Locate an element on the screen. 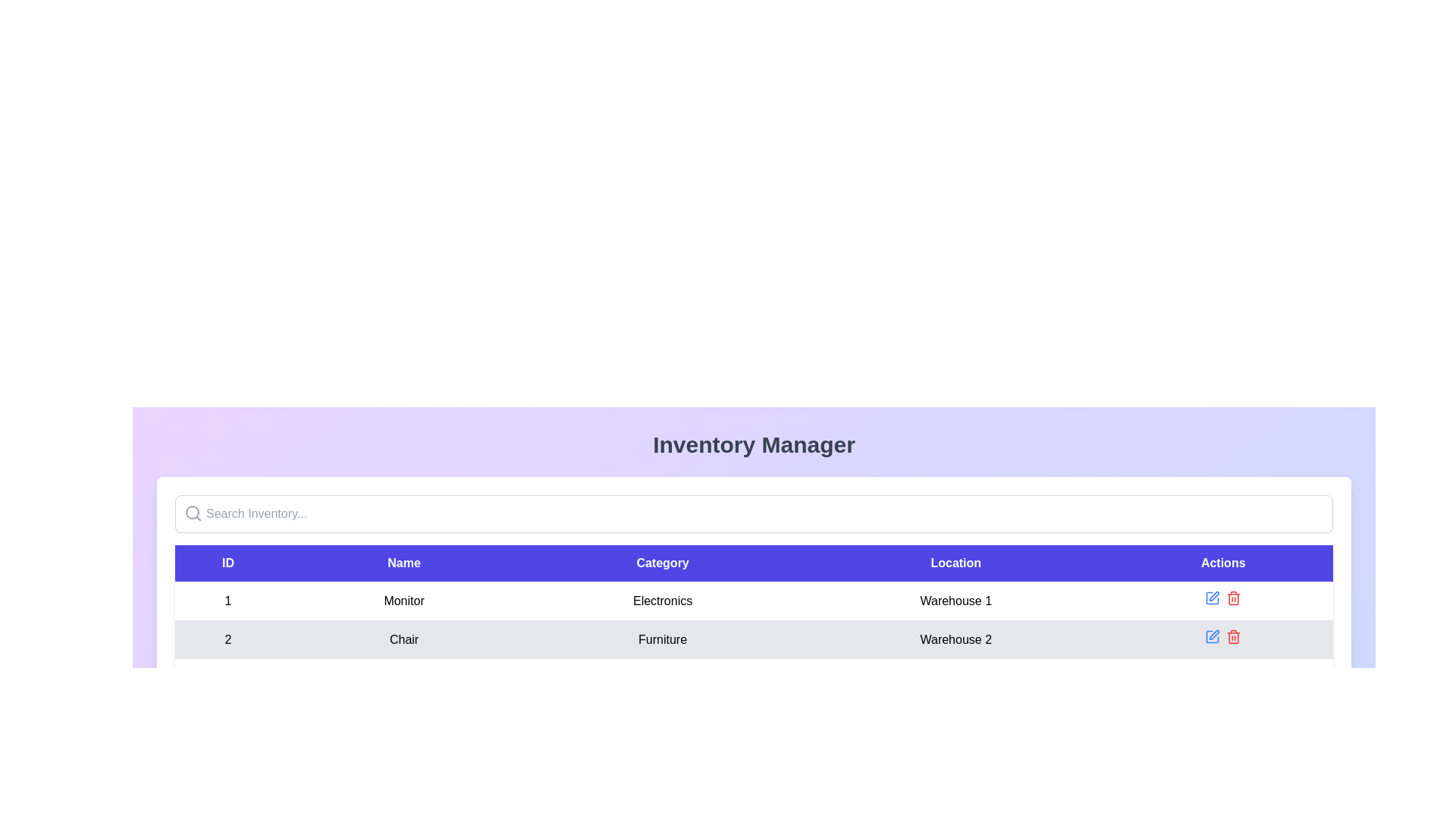 Image resolution: width=1456 pixels, height=819 pixels. the delete button located in the 'Actions' column of the second row in the table is located at coordinates (1234, 637).